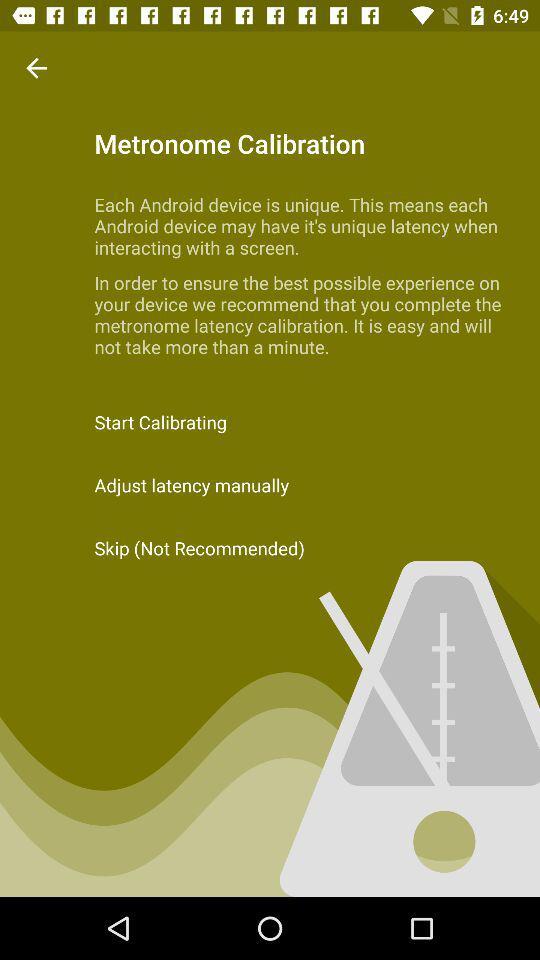 The image size is (540, 960). What do you see at coordinates (270, 548) in the screenshot?
I see `the skip (not recommended)` at bounding box center [270, 548].